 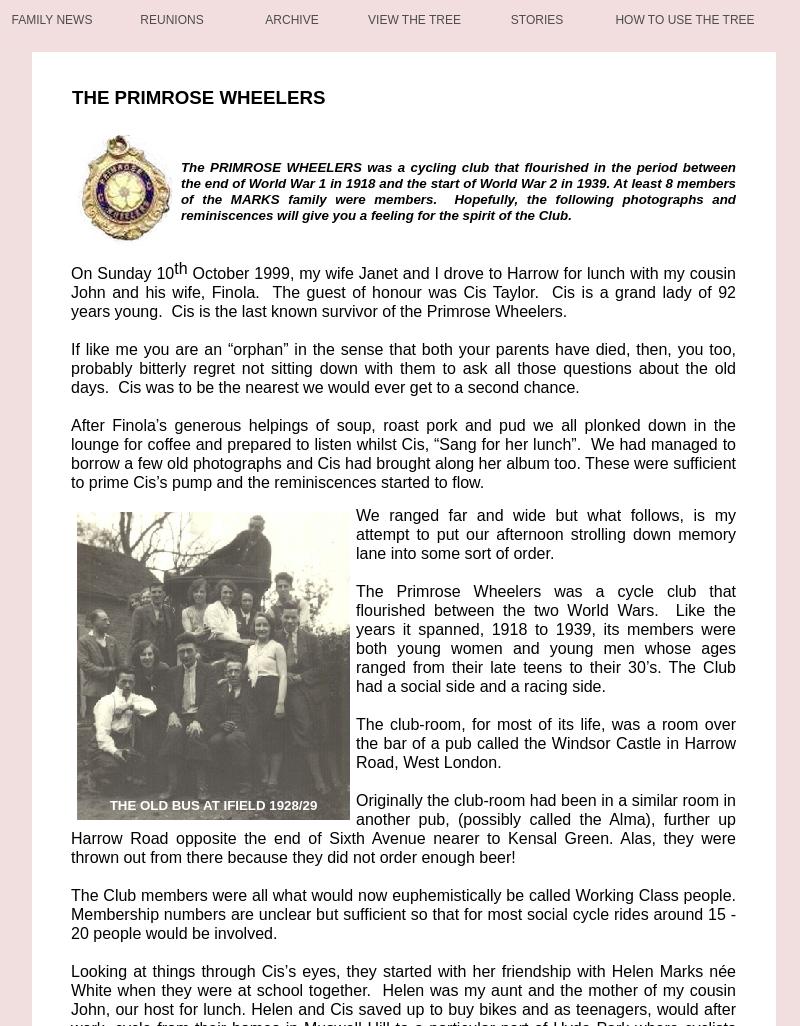 I want to click on 'room had been in a similar room in another pub, (possibly called the Alma), further up Harrow Road opposite the end of Sixth Avenue nearer to Kensal Green. Alas, they were thrown out from there because they did not order enough beer!', so click(x=70, y=829).